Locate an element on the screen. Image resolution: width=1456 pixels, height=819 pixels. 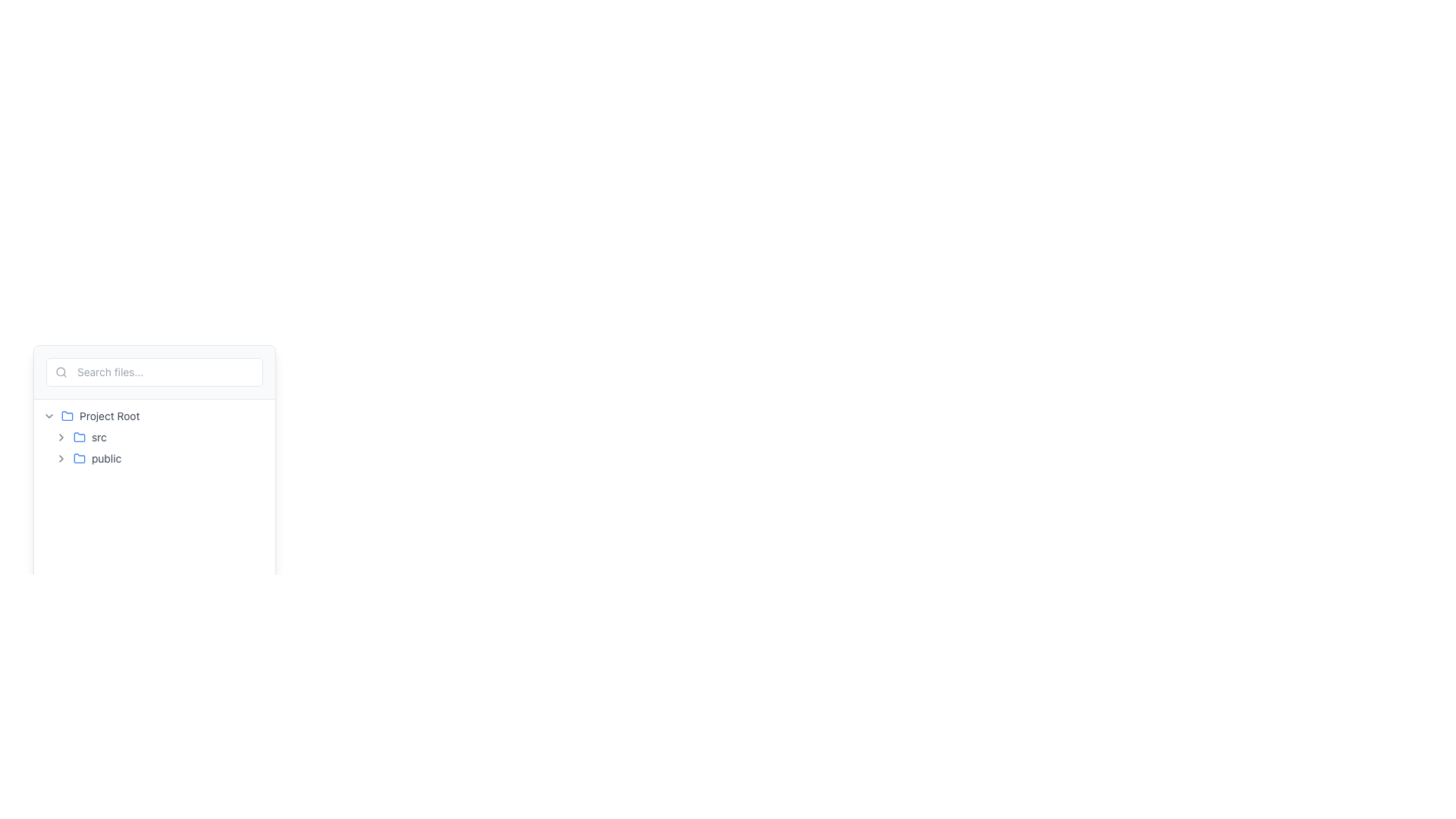
the 'src' folder label located in the sidebar section, specifically in the second row under the 'Project Root' directory is located at coordinates (80, 438).